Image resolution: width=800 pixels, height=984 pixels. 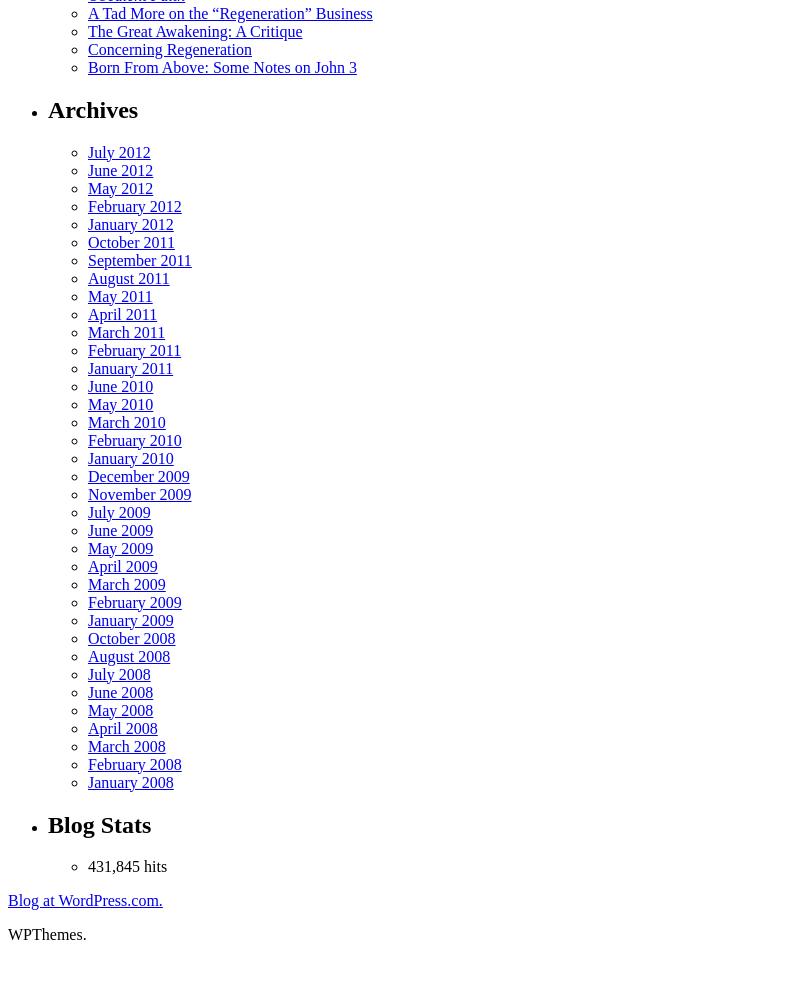 I want to click on 'Blog at WordPress.com.', so click(x=85, y=900).